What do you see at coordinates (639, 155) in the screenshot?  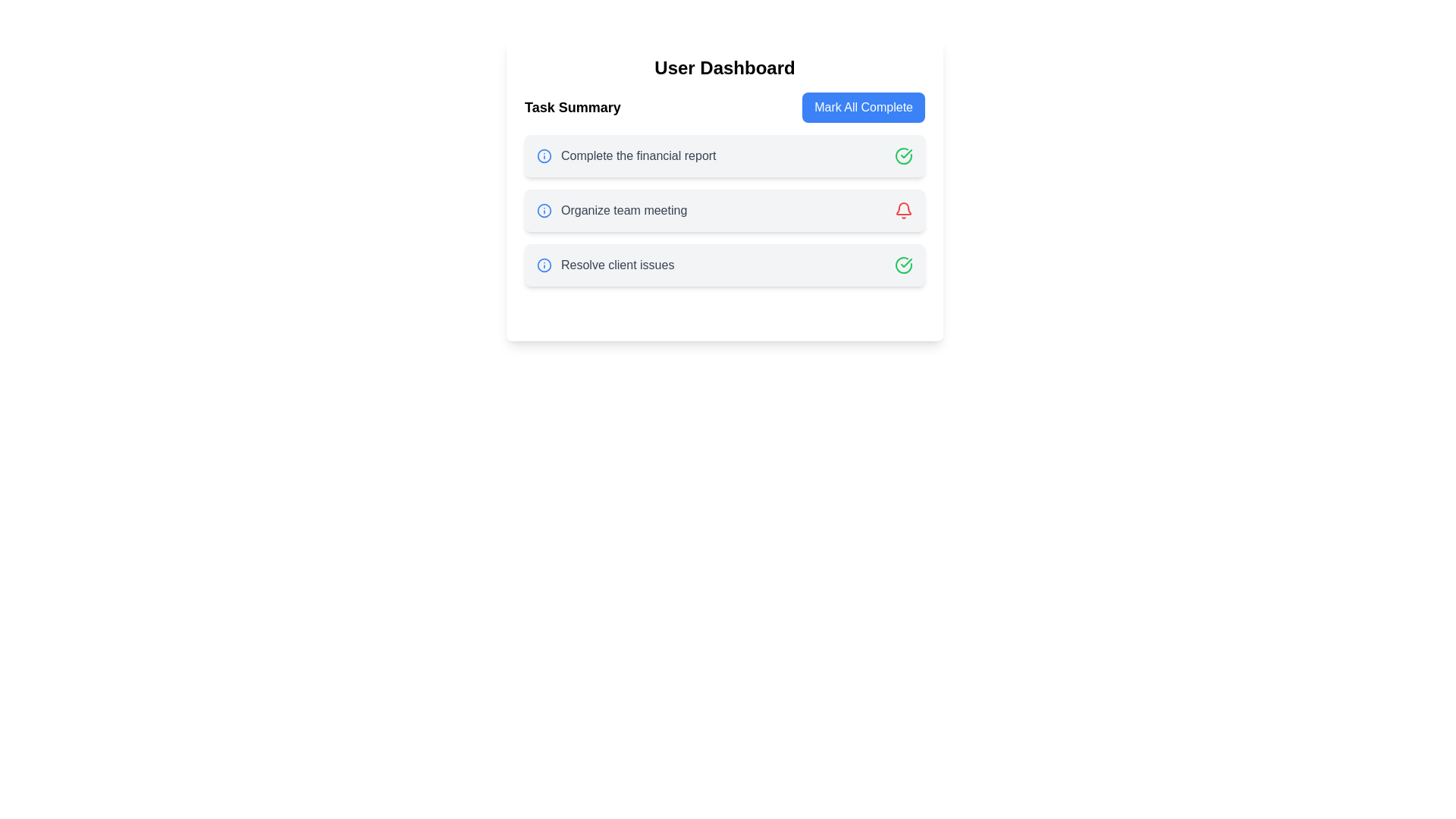 I see `the static text label indicating the name or description of a task in the 'Task Summary' section, located to the right of the blue circular information icon` at bounding box center [639, 155].